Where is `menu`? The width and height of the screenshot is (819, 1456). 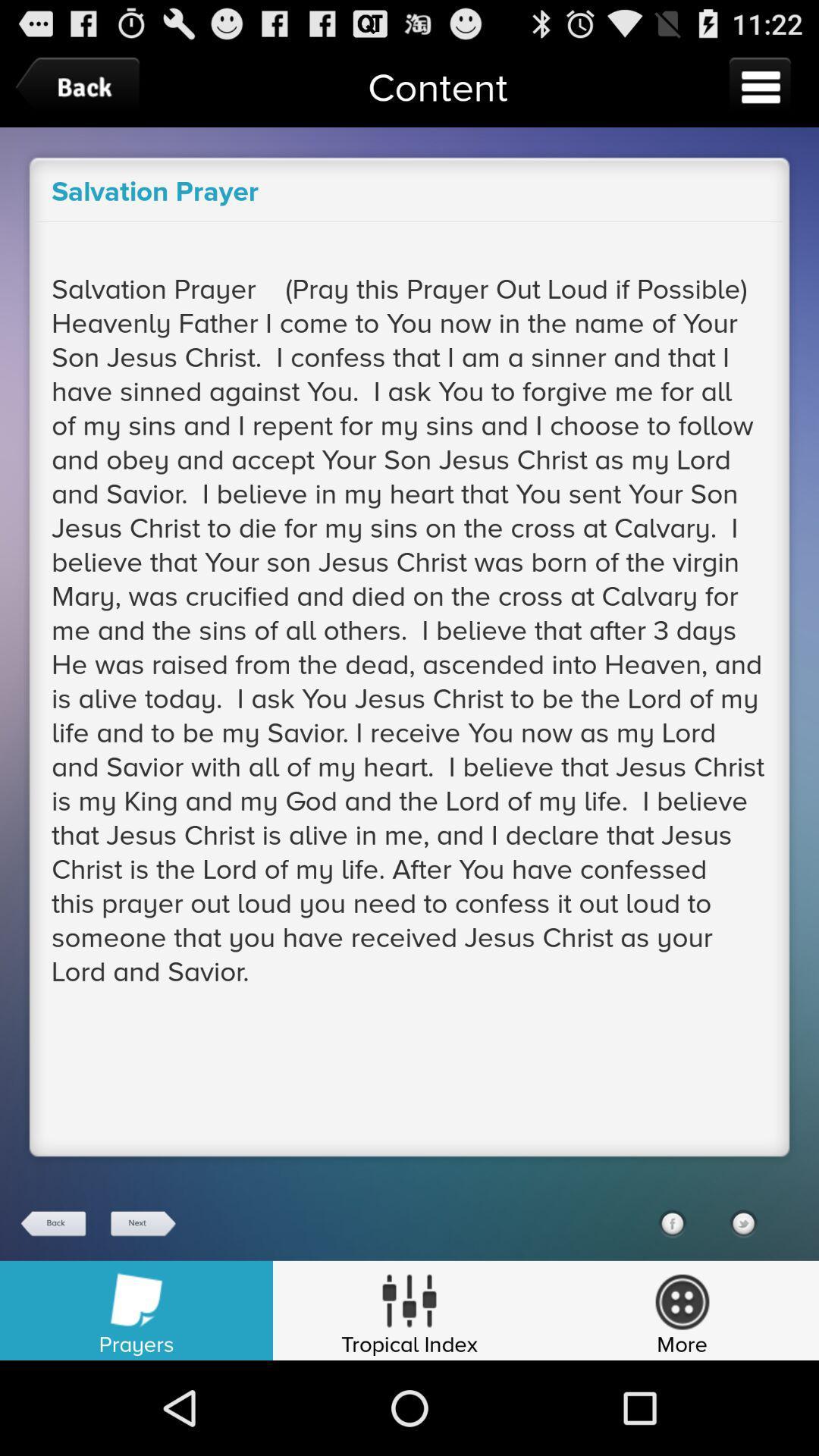
menu is located at coordinates (760, 86).